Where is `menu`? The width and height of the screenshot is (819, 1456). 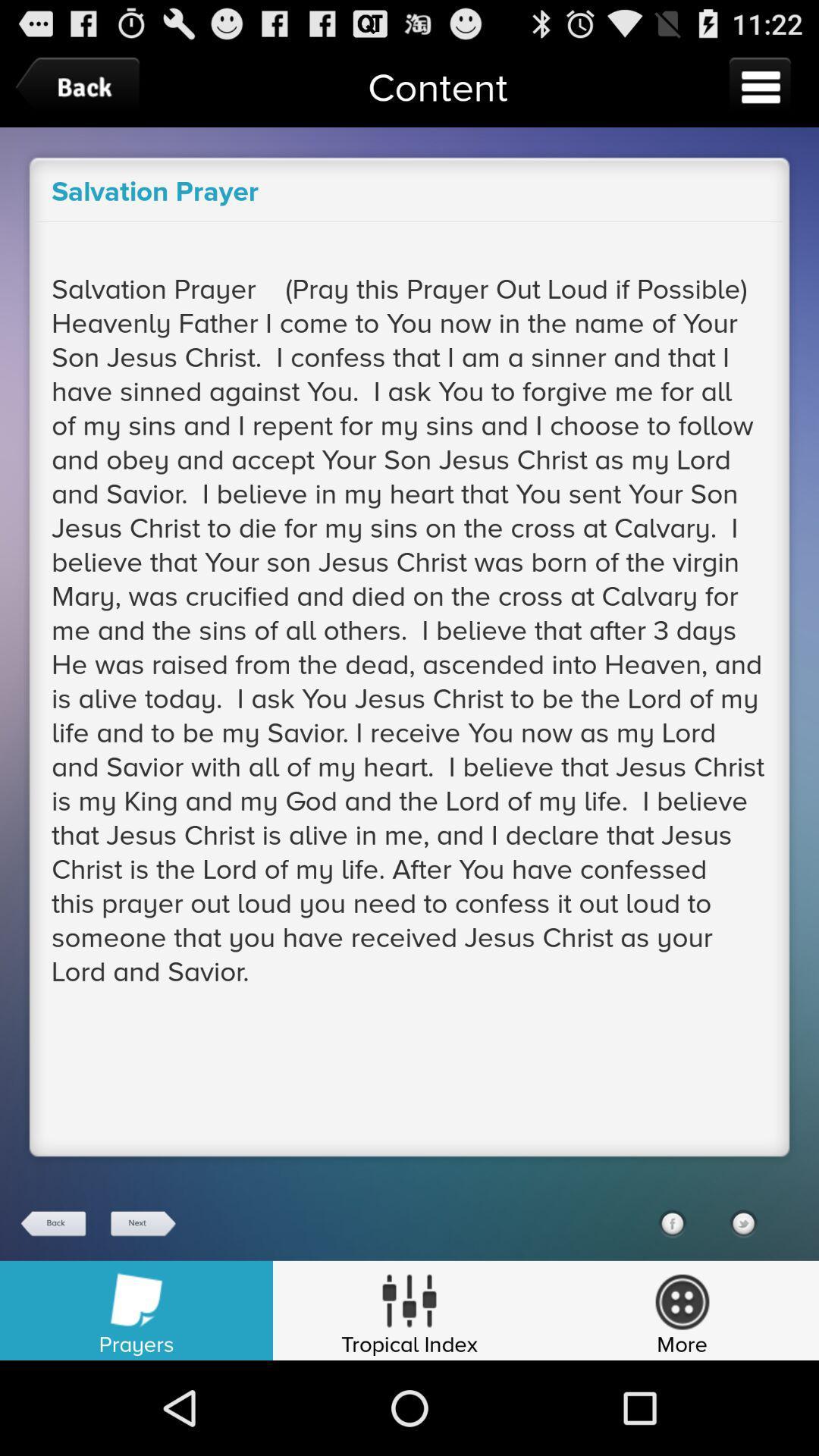
menu is located at coordinates (760, 86).